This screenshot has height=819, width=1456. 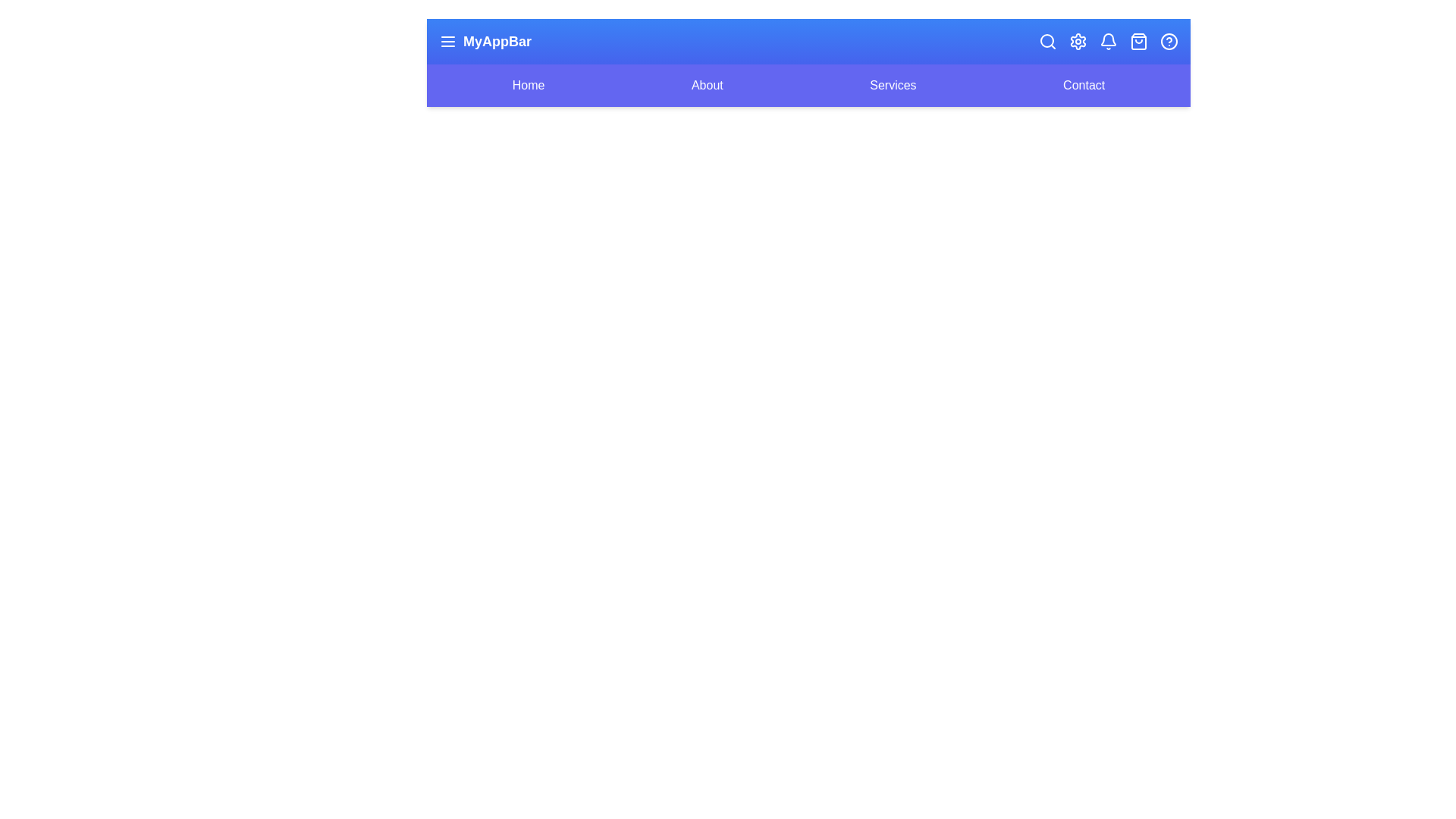 What do you see at coordinates (1084, 85) in the screenshot?
I see `the navigation link labeled 'Contact'` at bounding box center [1084, 85].